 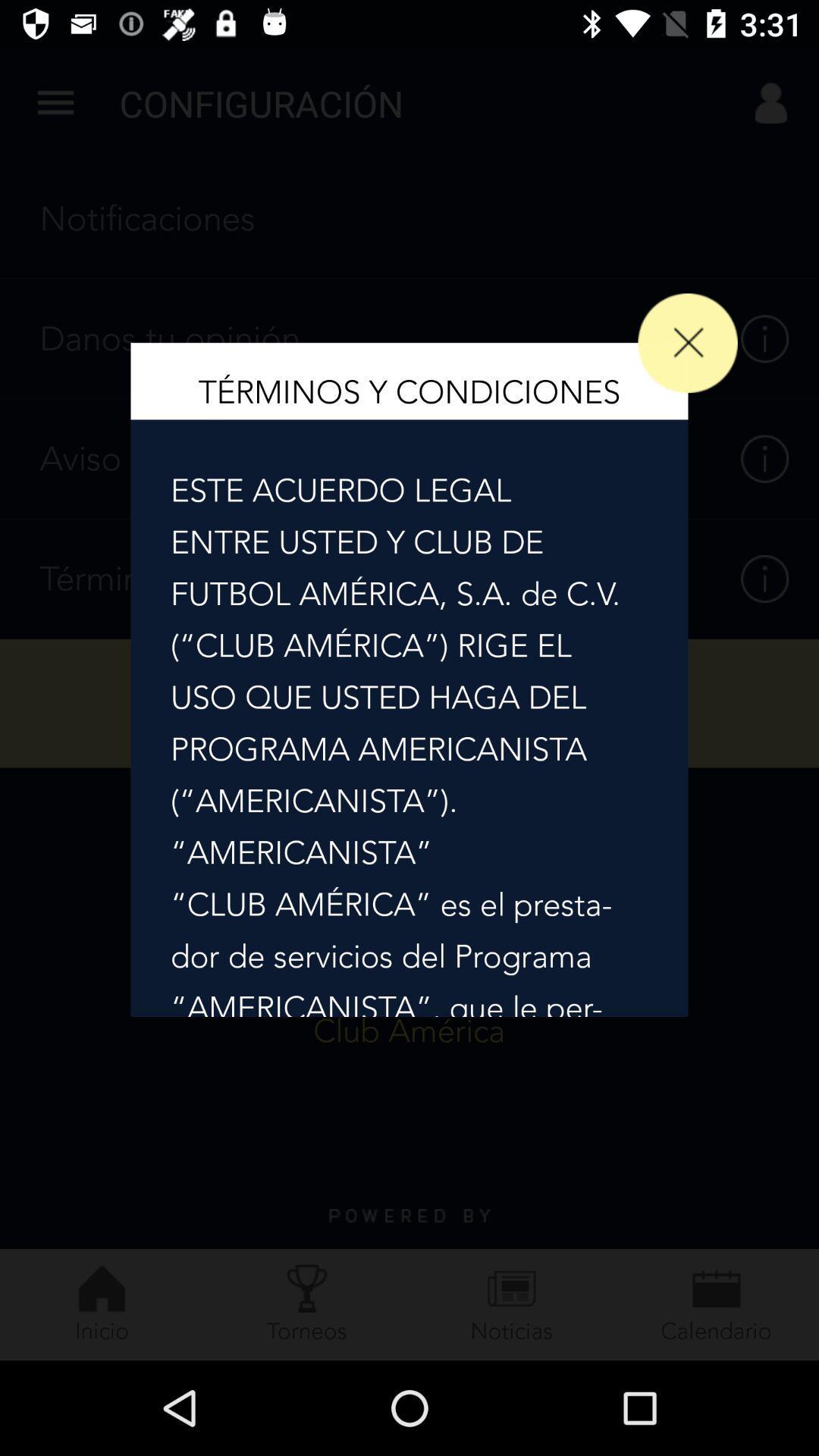 I want to click on item at the top right corner, so click(x=688, y=342).